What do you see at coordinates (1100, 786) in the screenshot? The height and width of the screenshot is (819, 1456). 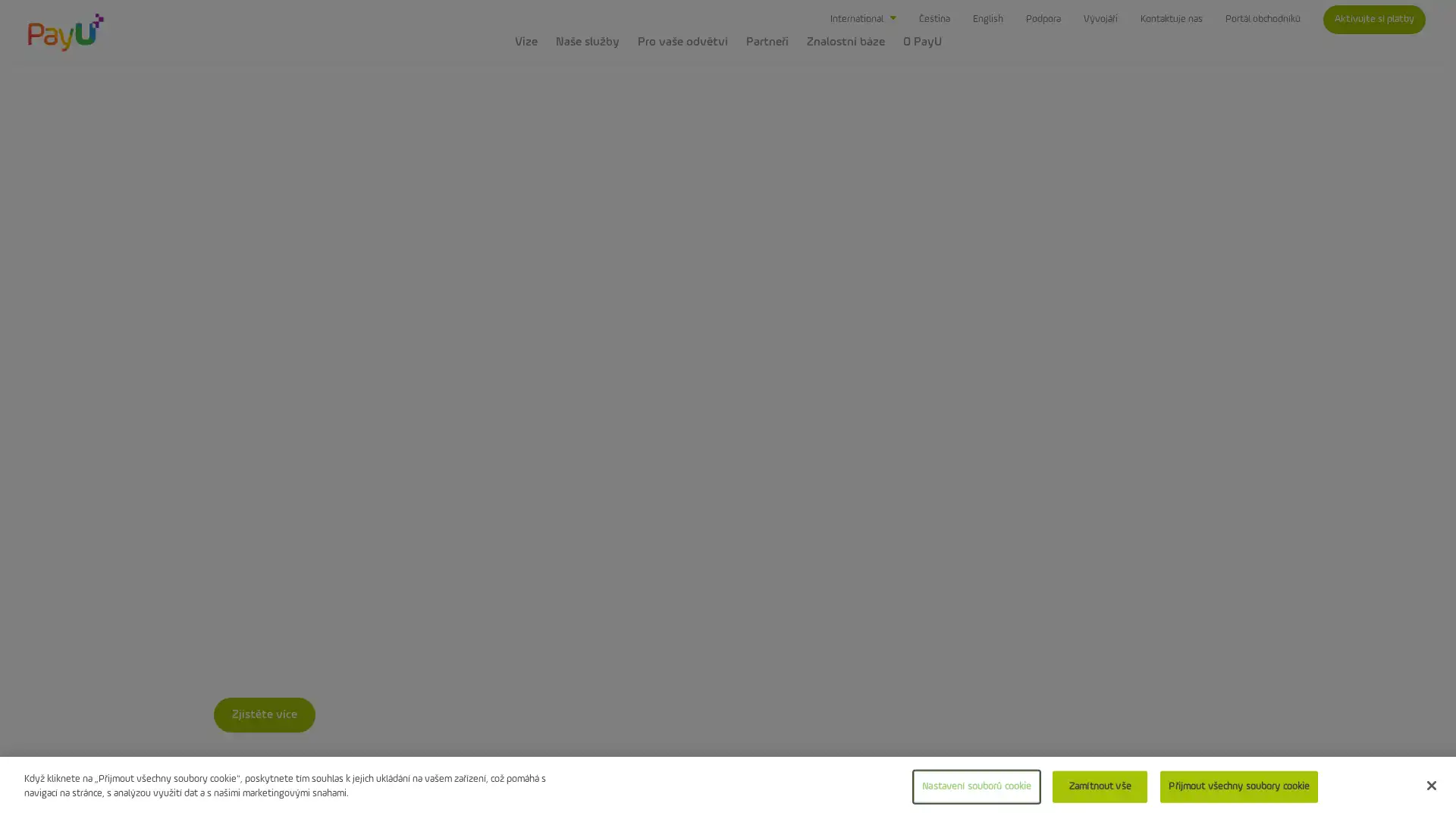 I see `Zamitnout vse` at bounding box center [1100, 786].